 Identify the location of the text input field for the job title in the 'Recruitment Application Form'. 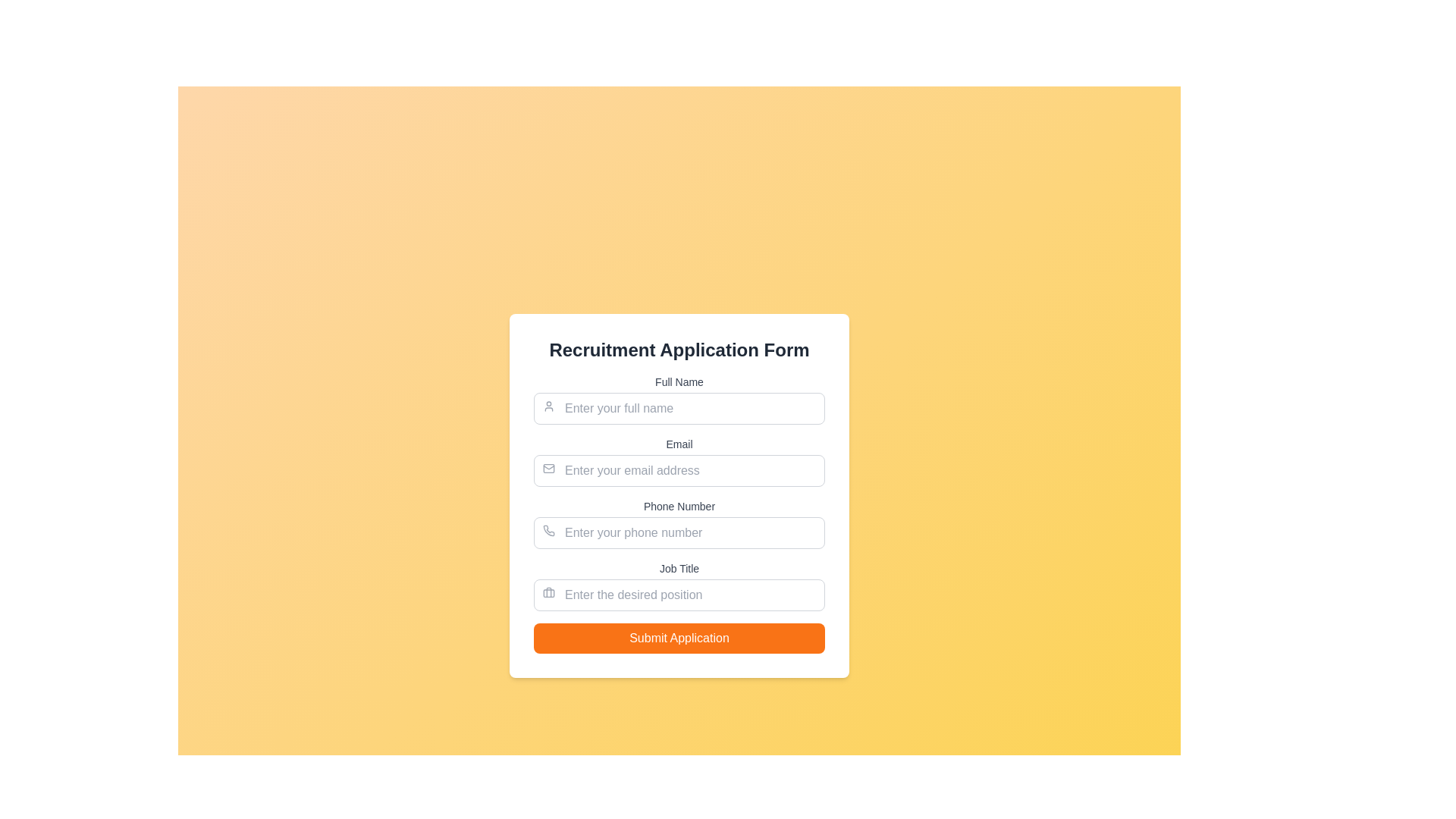
(679, 595).